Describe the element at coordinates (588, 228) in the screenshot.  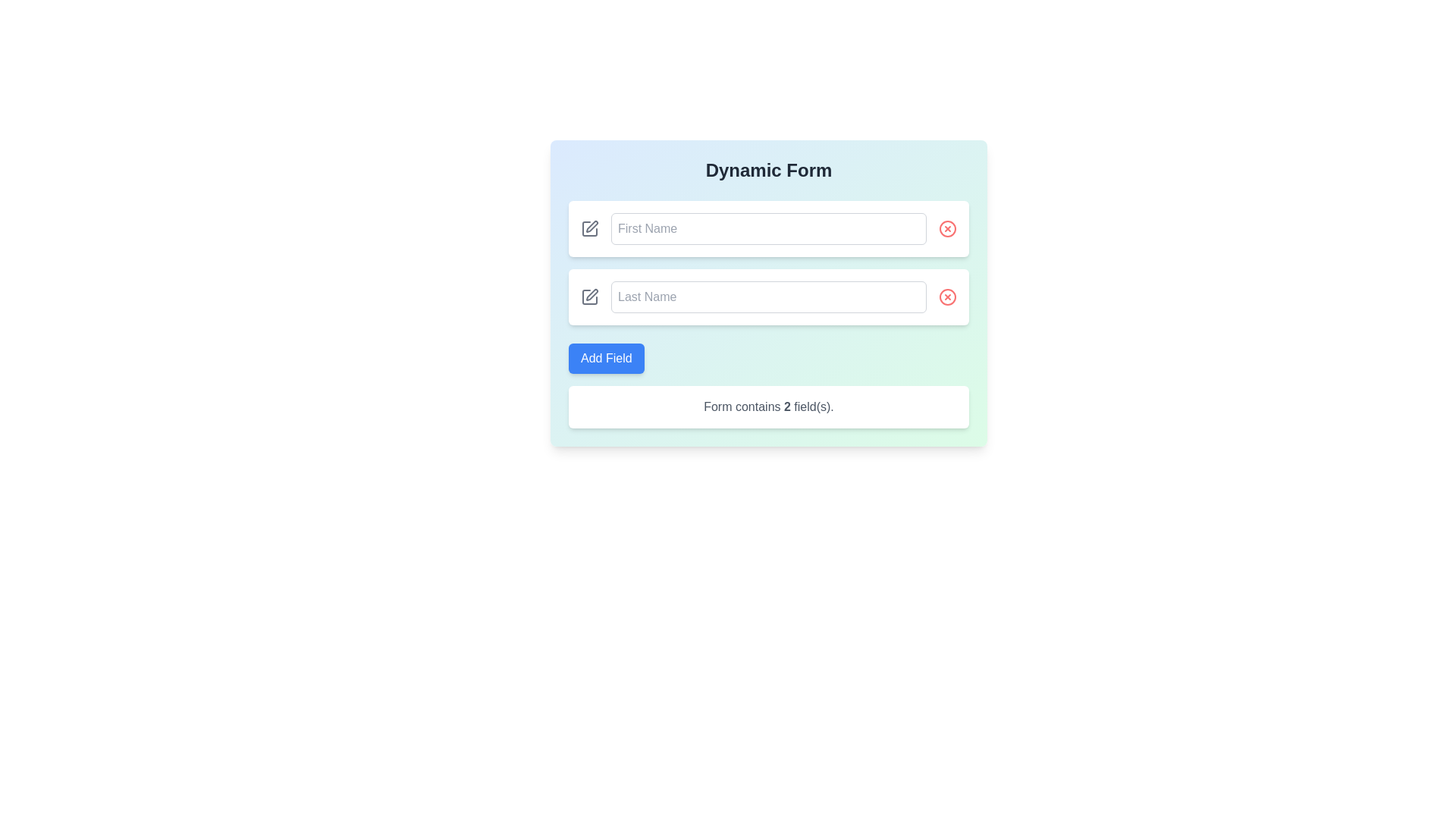
I see `the SVG icon located on the leftmost side of the input field labeled 'First Name', indicating it as a writable area` at that location.